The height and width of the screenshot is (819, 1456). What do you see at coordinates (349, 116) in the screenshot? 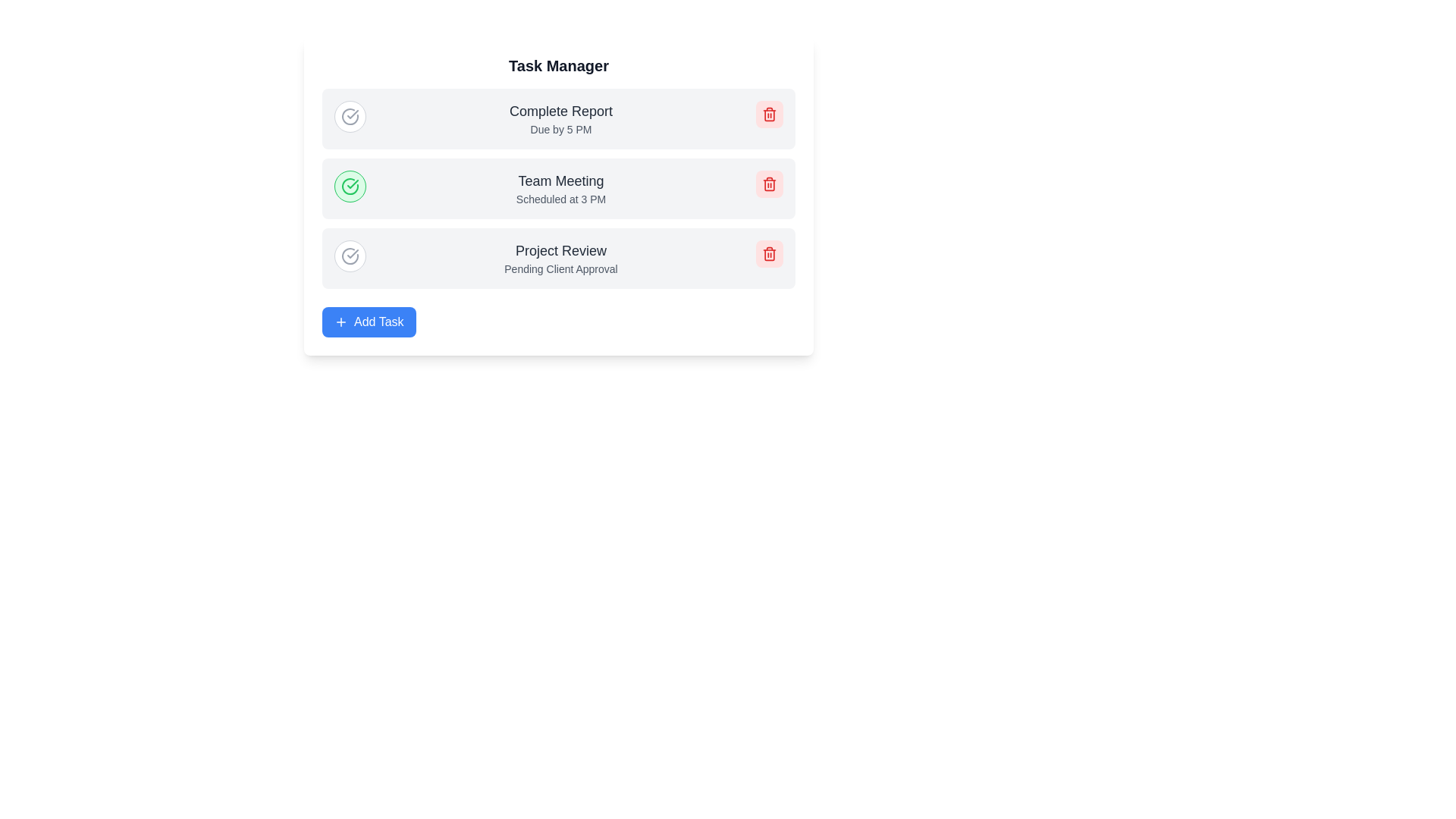
I see `the circular button/icon located to the left of the 'Complete Report' task entry` at bounding box center [349, 116].